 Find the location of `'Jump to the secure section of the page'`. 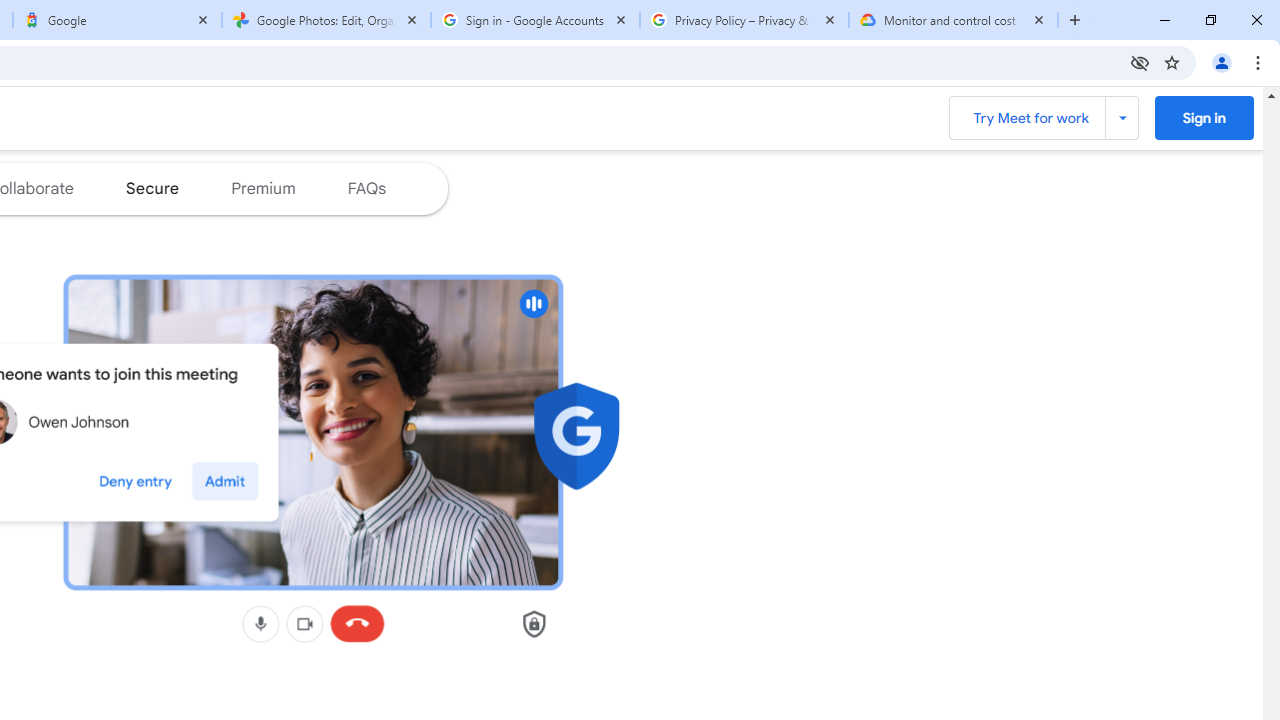

'Jump to the secure section of the page' is located at coordinates (151, 189).